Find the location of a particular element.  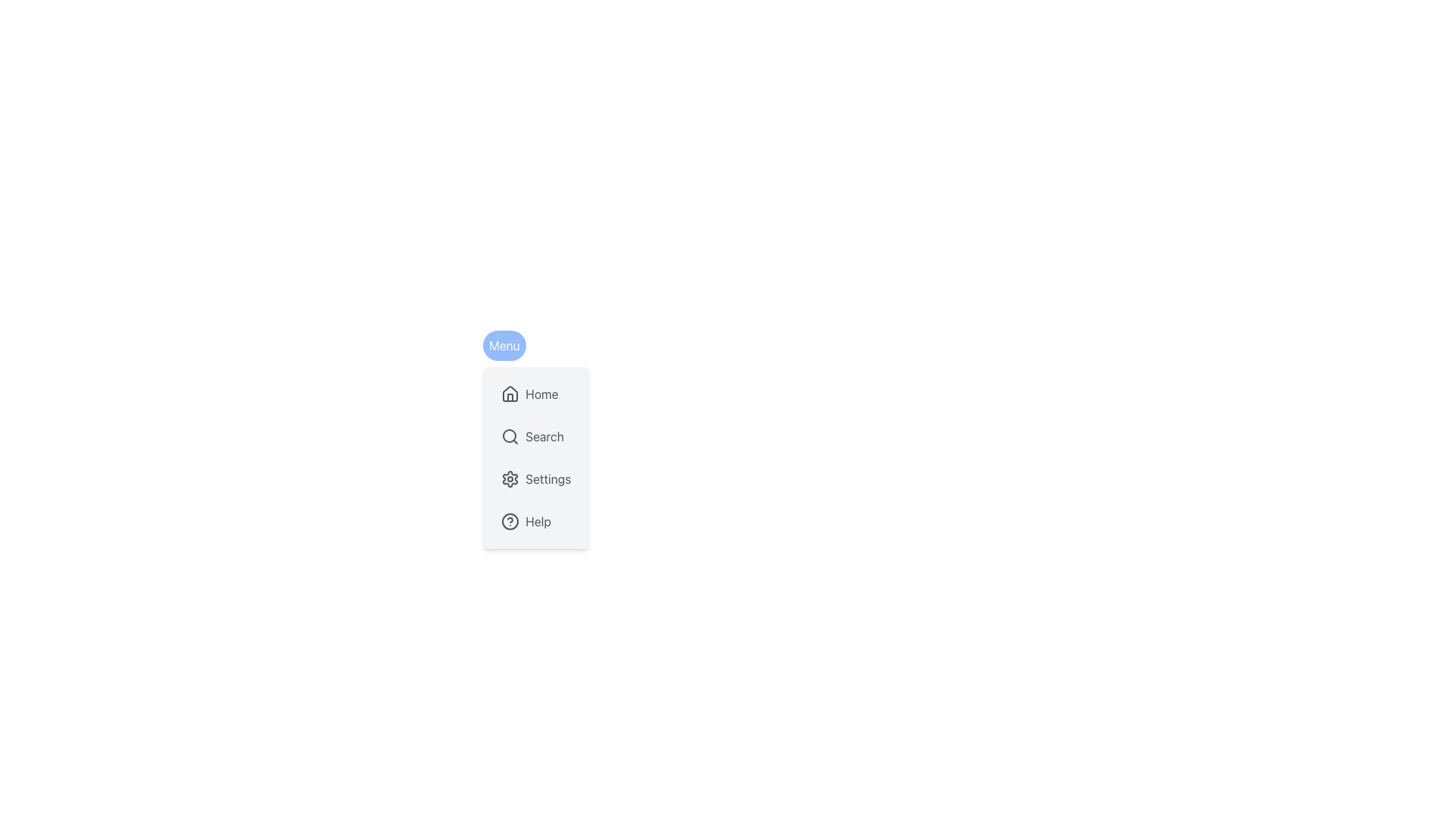

the 'Home' button, which features a house icon and is the first item in the vertical list under the 'Menu' is located at coordinates (536, 393).